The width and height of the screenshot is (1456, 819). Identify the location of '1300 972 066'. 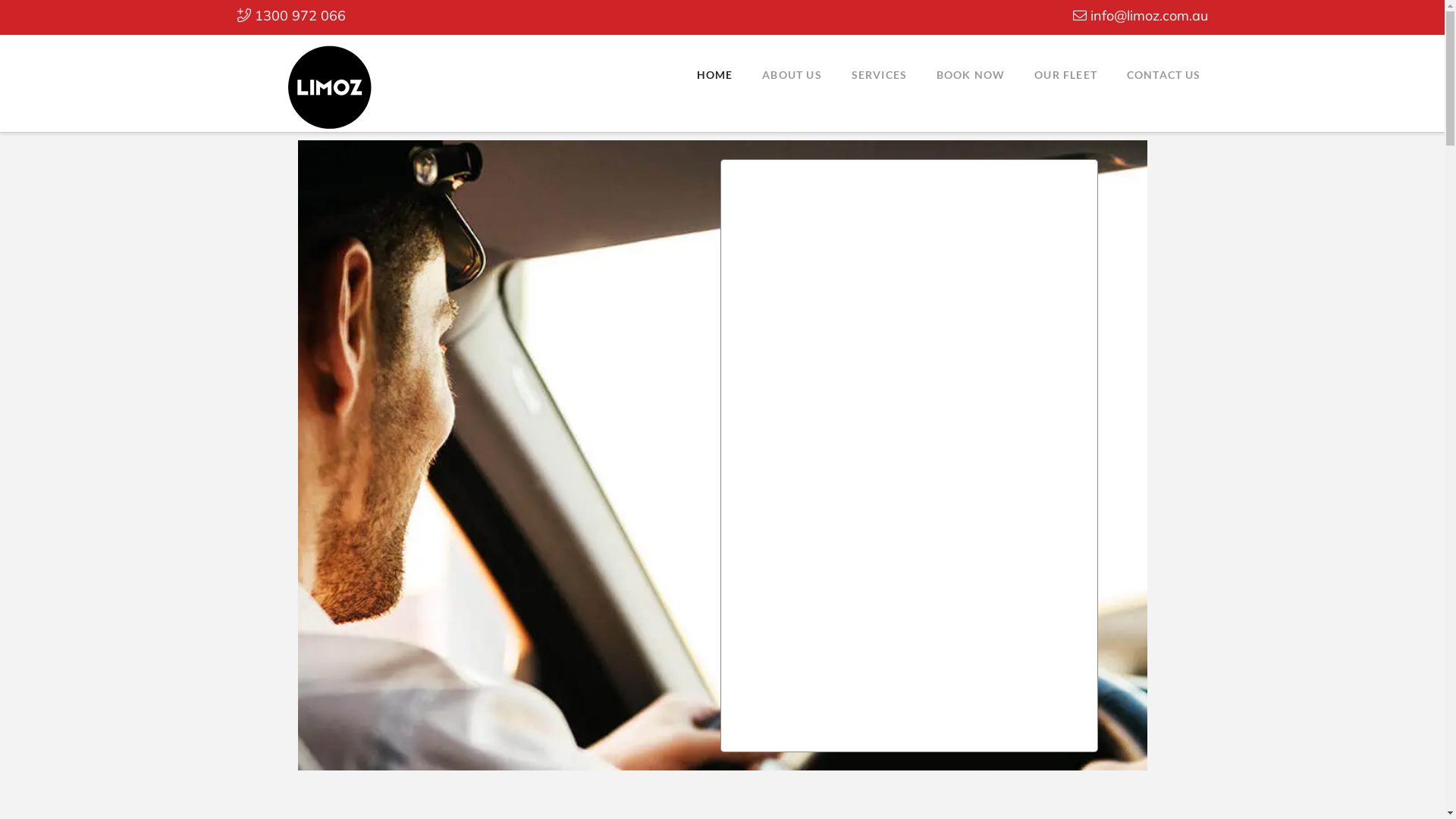
(290, 15).